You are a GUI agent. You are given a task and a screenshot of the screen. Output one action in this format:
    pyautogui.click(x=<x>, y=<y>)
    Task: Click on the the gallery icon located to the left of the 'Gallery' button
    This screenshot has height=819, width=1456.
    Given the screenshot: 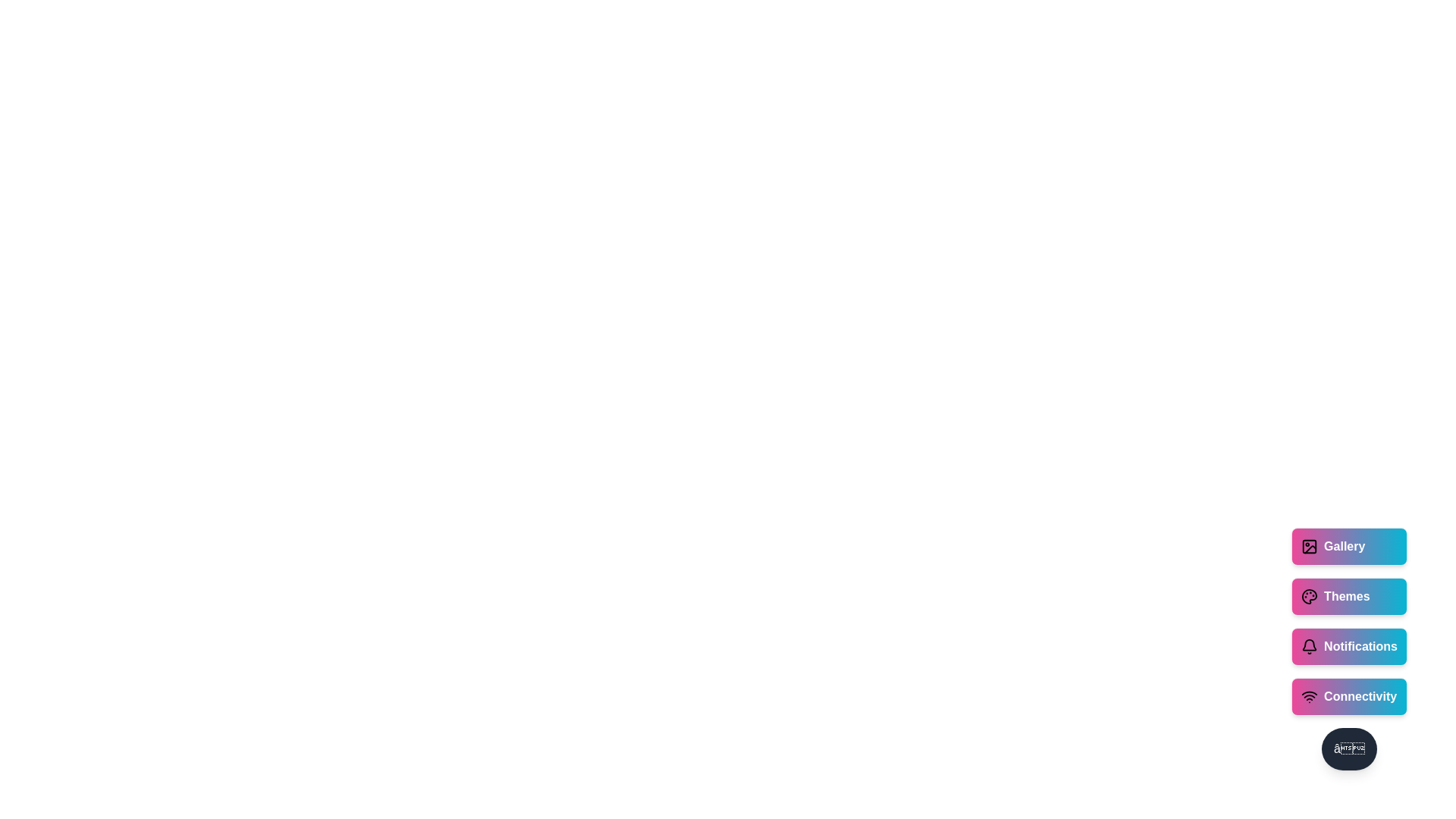 What is the action you would take?
    pyautogui.click(x=1309, y=547)
    